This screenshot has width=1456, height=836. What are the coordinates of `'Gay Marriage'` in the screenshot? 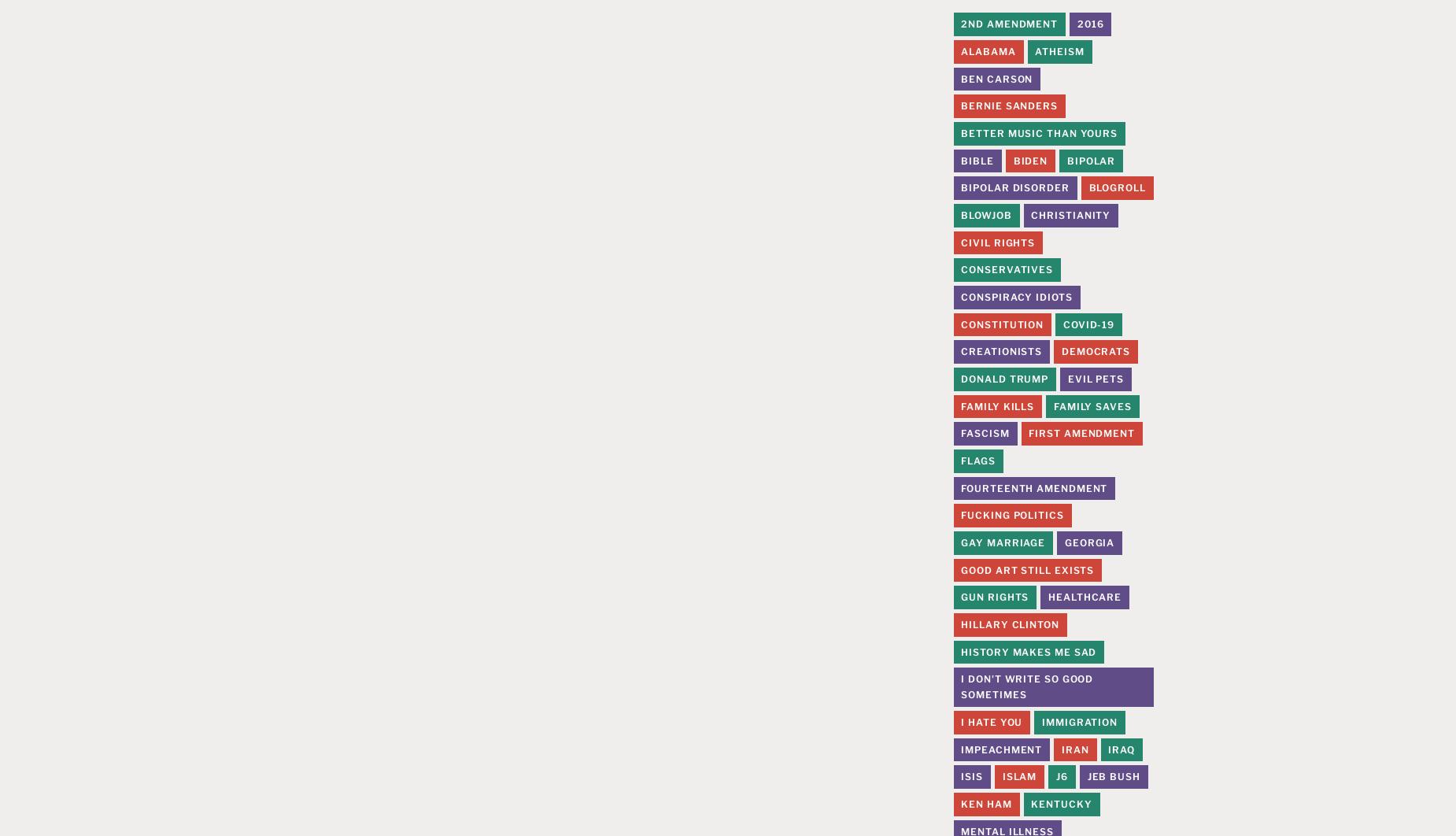 It's located at (1002, 542).